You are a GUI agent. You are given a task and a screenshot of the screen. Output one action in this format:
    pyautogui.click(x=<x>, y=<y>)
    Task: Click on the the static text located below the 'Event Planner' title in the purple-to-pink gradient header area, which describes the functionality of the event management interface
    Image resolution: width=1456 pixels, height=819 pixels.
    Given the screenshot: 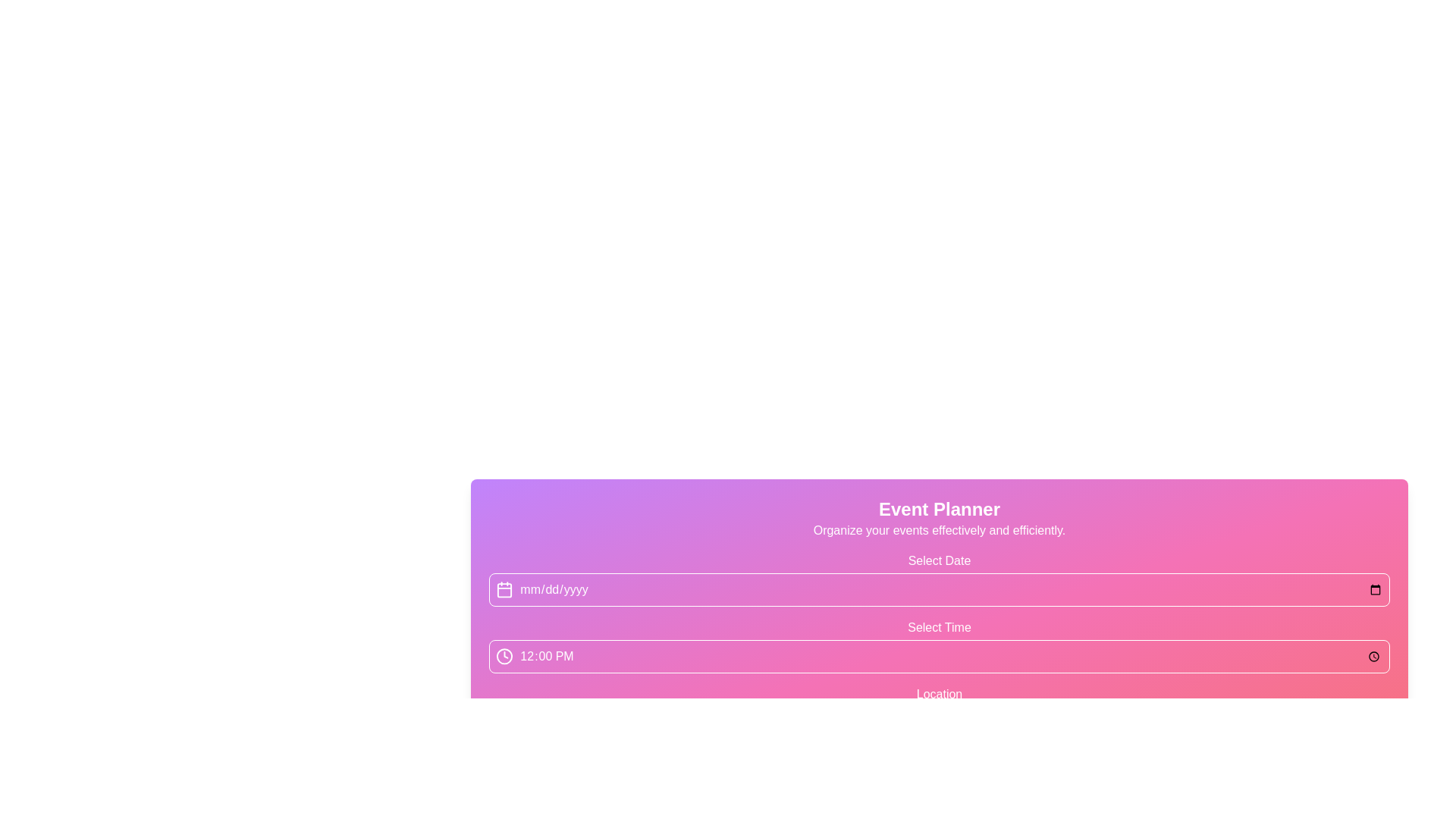 What is the action you would take?
    pyautogui.click(x=938, y=529)
    